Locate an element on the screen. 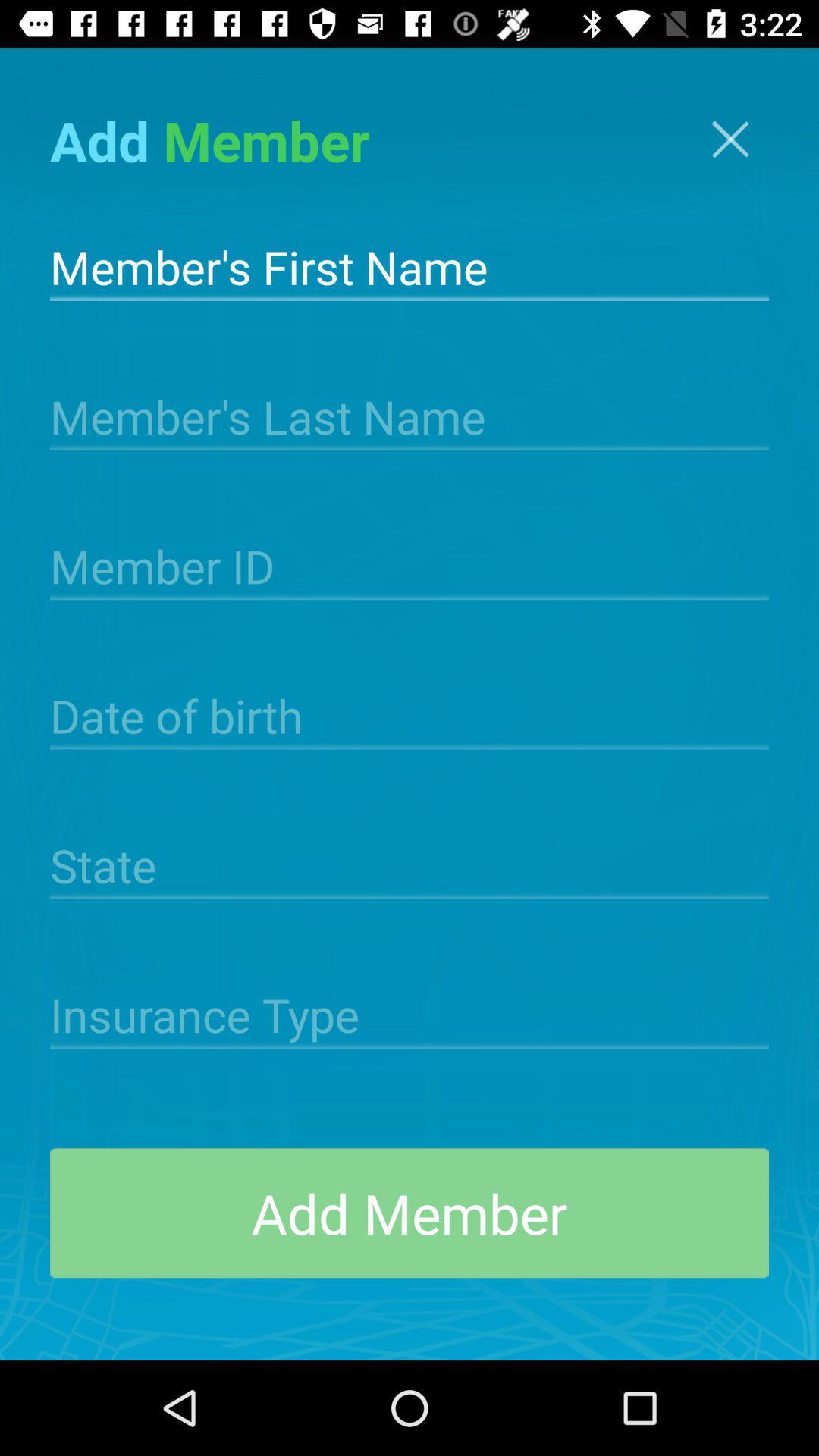  the close icon is located at coordinates (730, 139).